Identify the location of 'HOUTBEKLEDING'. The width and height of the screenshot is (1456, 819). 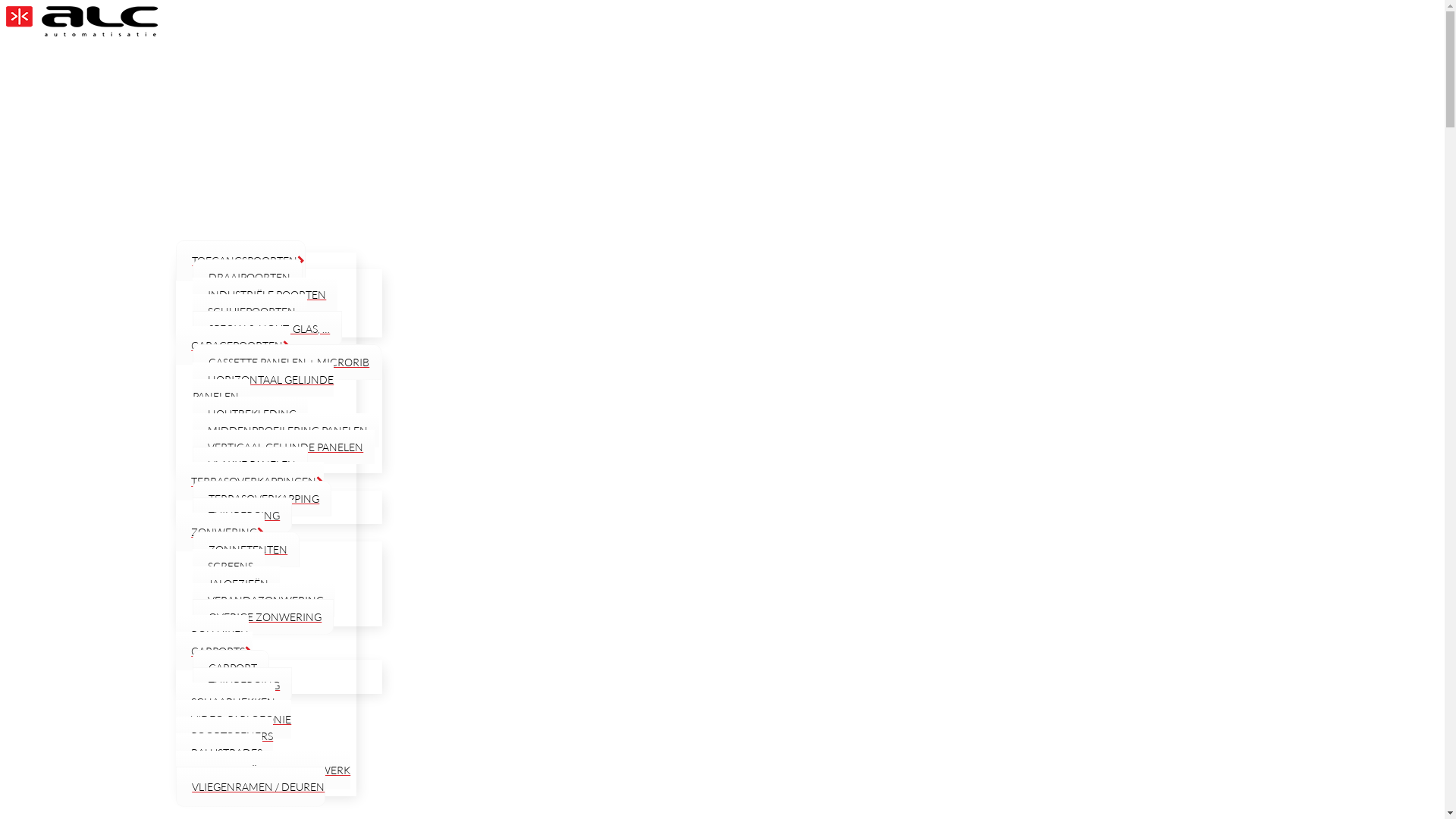
(192, 413).